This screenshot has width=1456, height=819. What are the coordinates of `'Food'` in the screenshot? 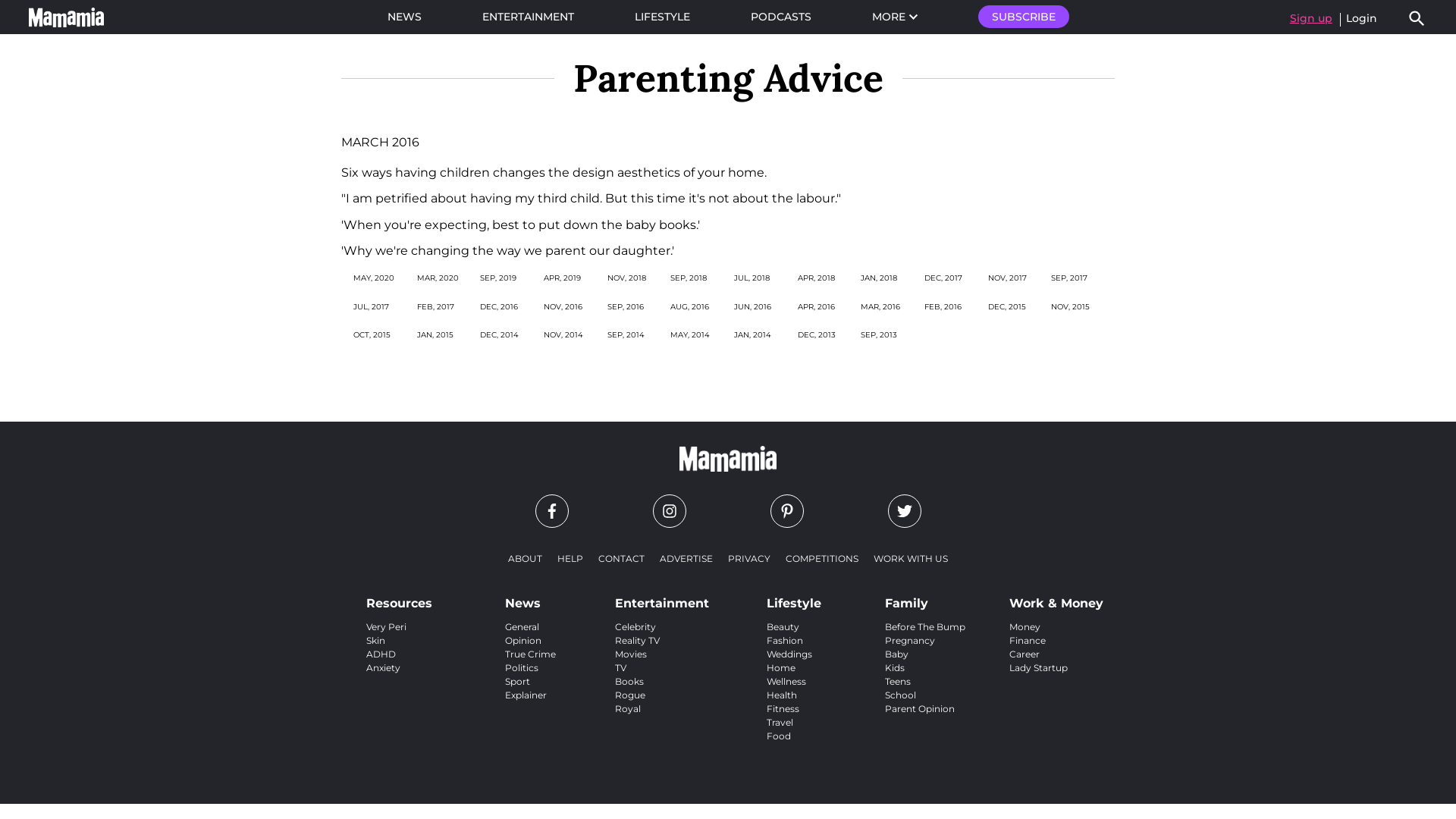 It's located at (779, 735).